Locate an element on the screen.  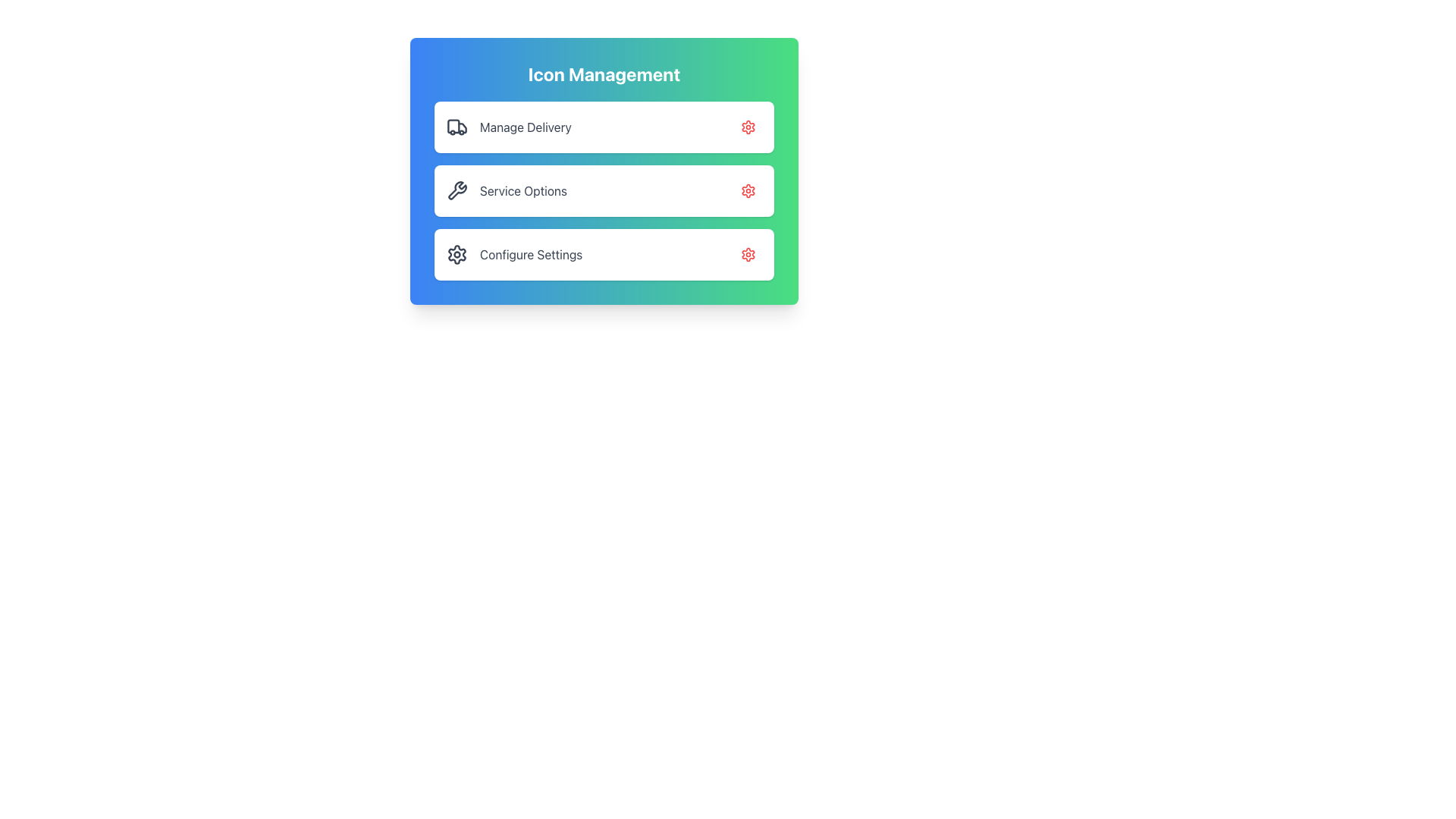
the circular cogwheel icon with a gray fill is located at coordinates (457, 253).